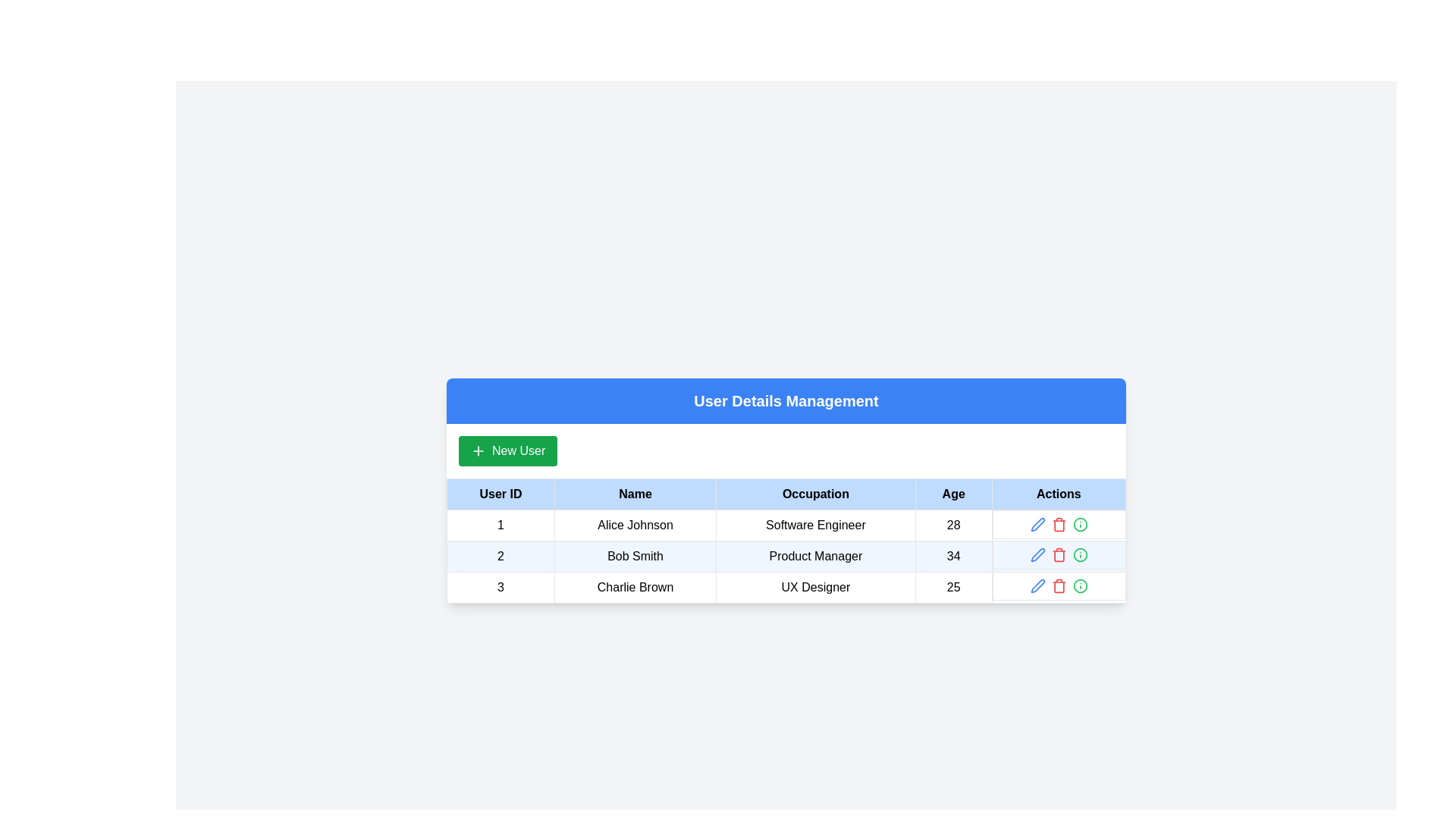  Describe the element at coordinates (1079, 585) in the screenshot. I see `the icon button located` at that location.